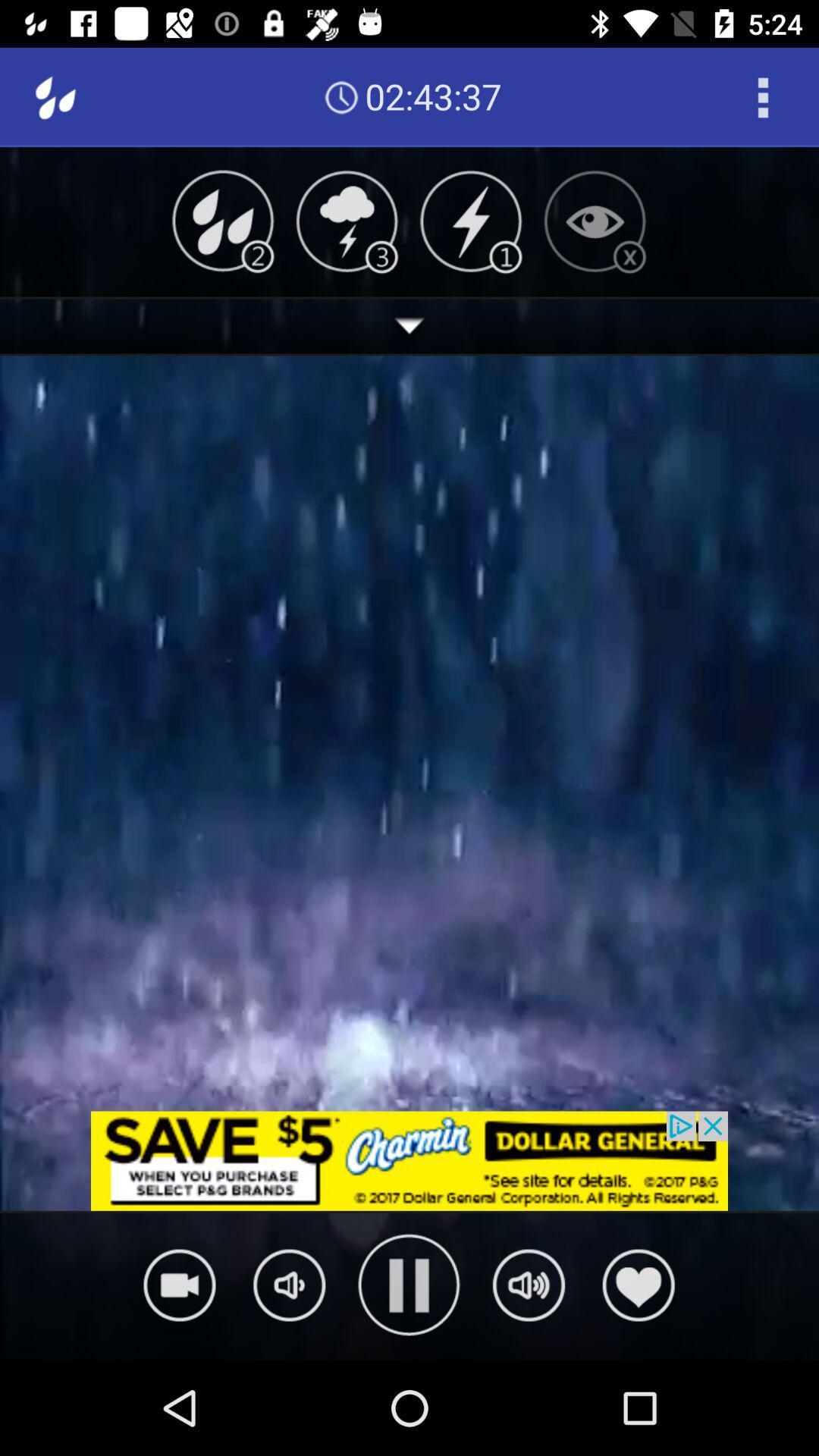 Image resolution: width=819 pixels, height=1456 pixels. I want to click on click more, so click(409, 325).